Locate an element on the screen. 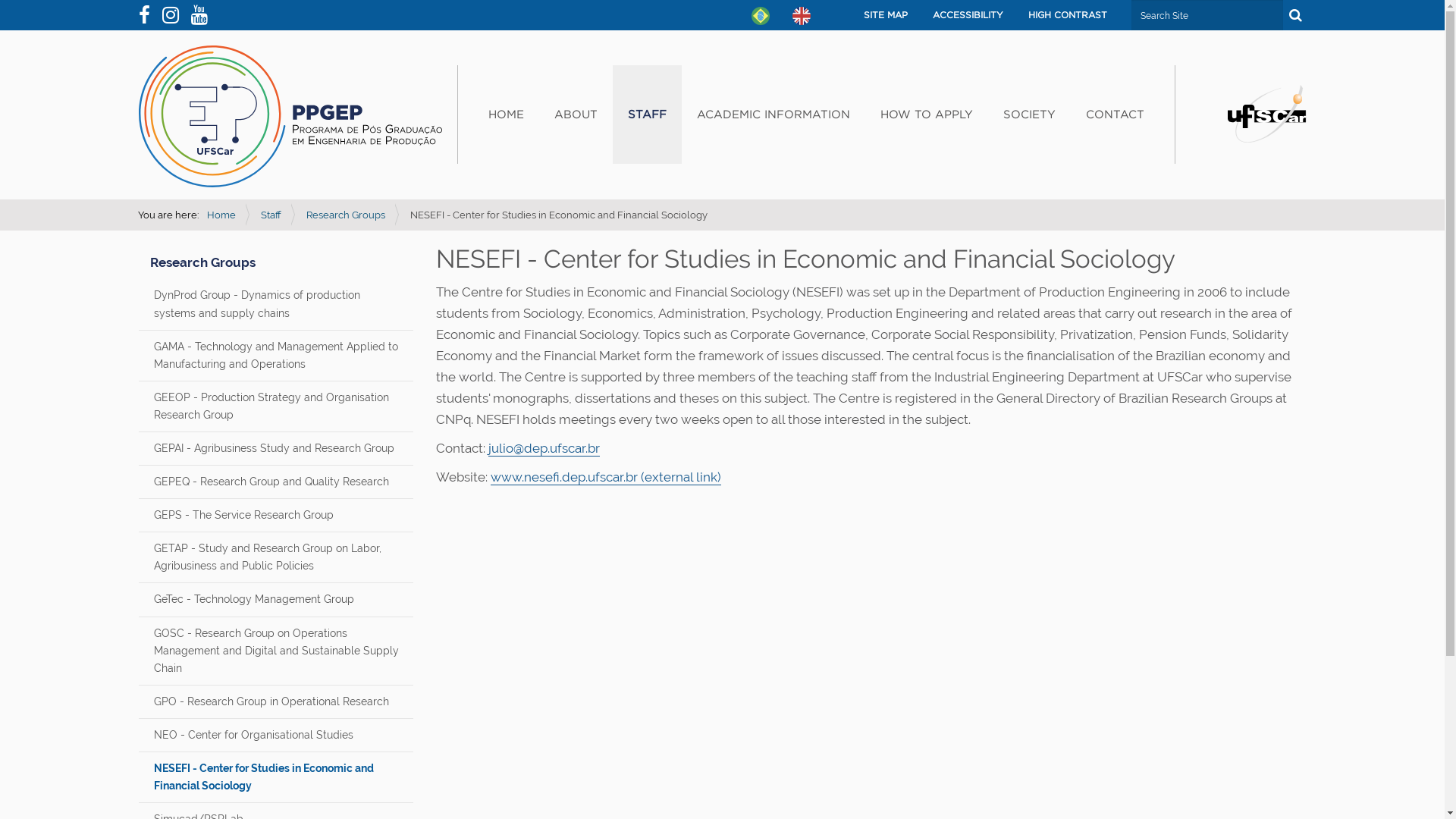  'Research Groups' is located at coordinates (202, 262).